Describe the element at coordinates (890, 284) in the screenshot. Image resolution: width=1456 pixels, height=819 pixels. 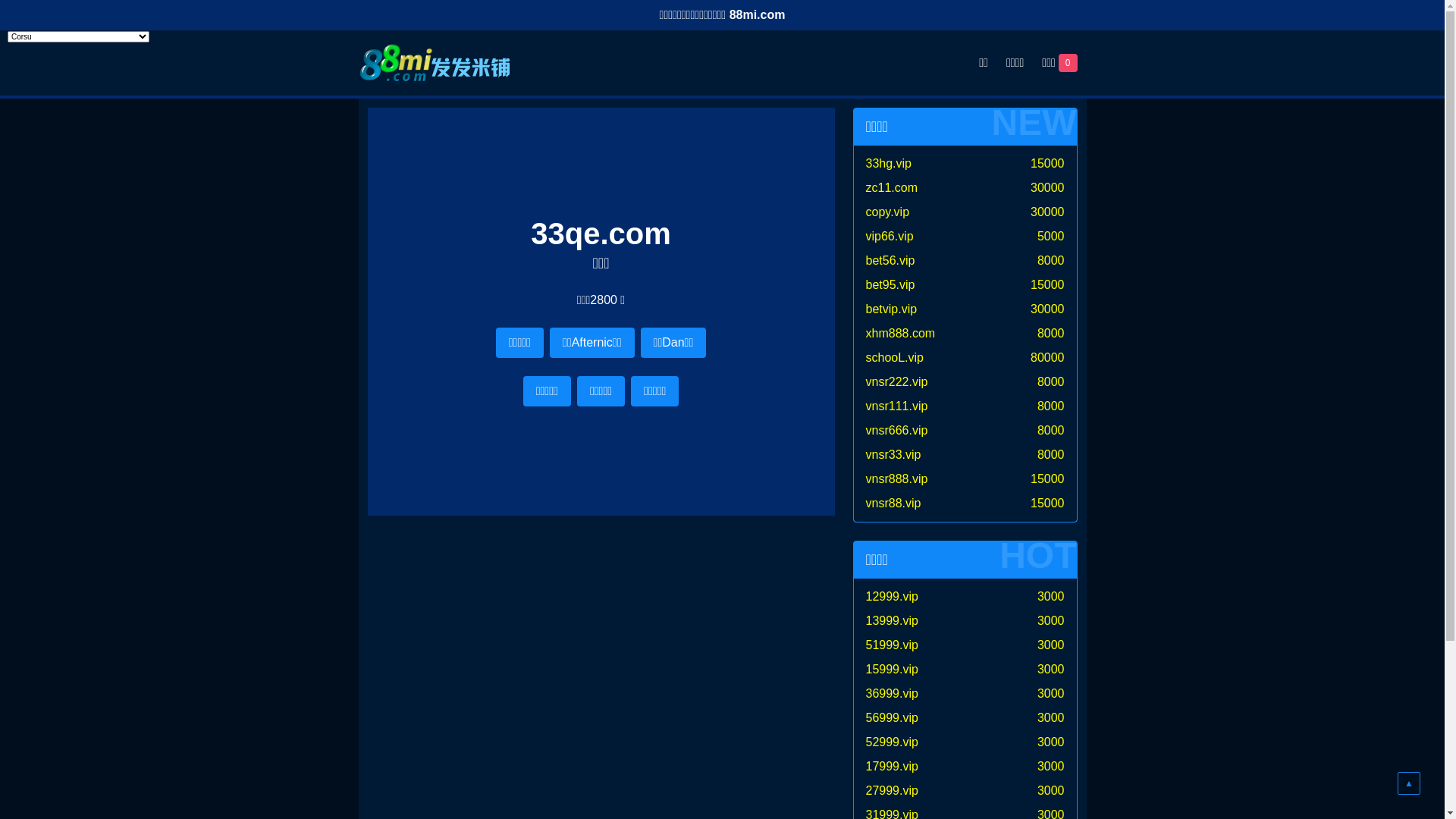
I see `'bet95.vip'` at that location.